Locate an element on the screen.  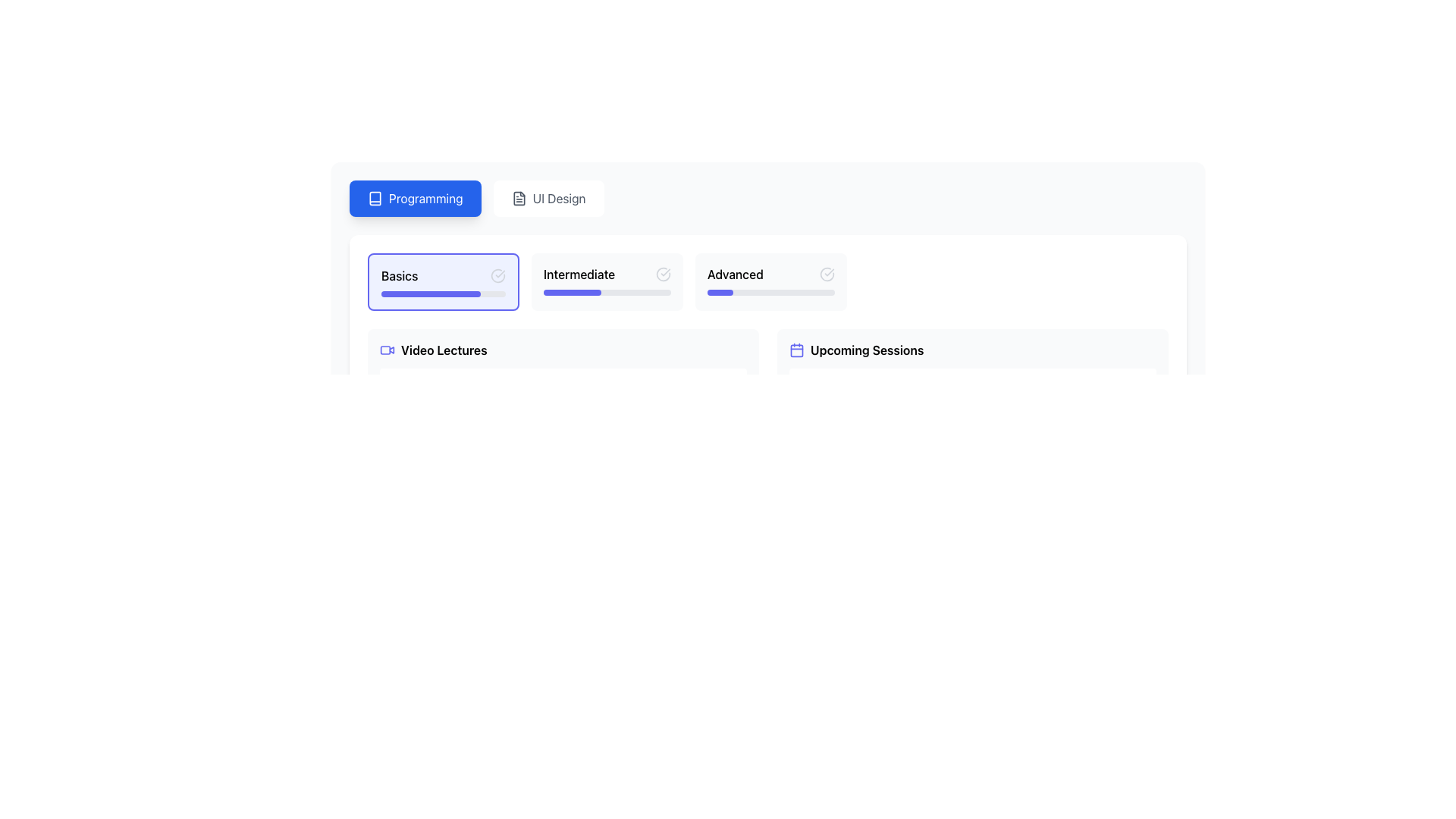
the 'Intermediate' button, which is a rectangular block with a bold black font text at the top, a purple progress bar below, and a gray checkmark icon on the right side is located at coordinates (607, 281).